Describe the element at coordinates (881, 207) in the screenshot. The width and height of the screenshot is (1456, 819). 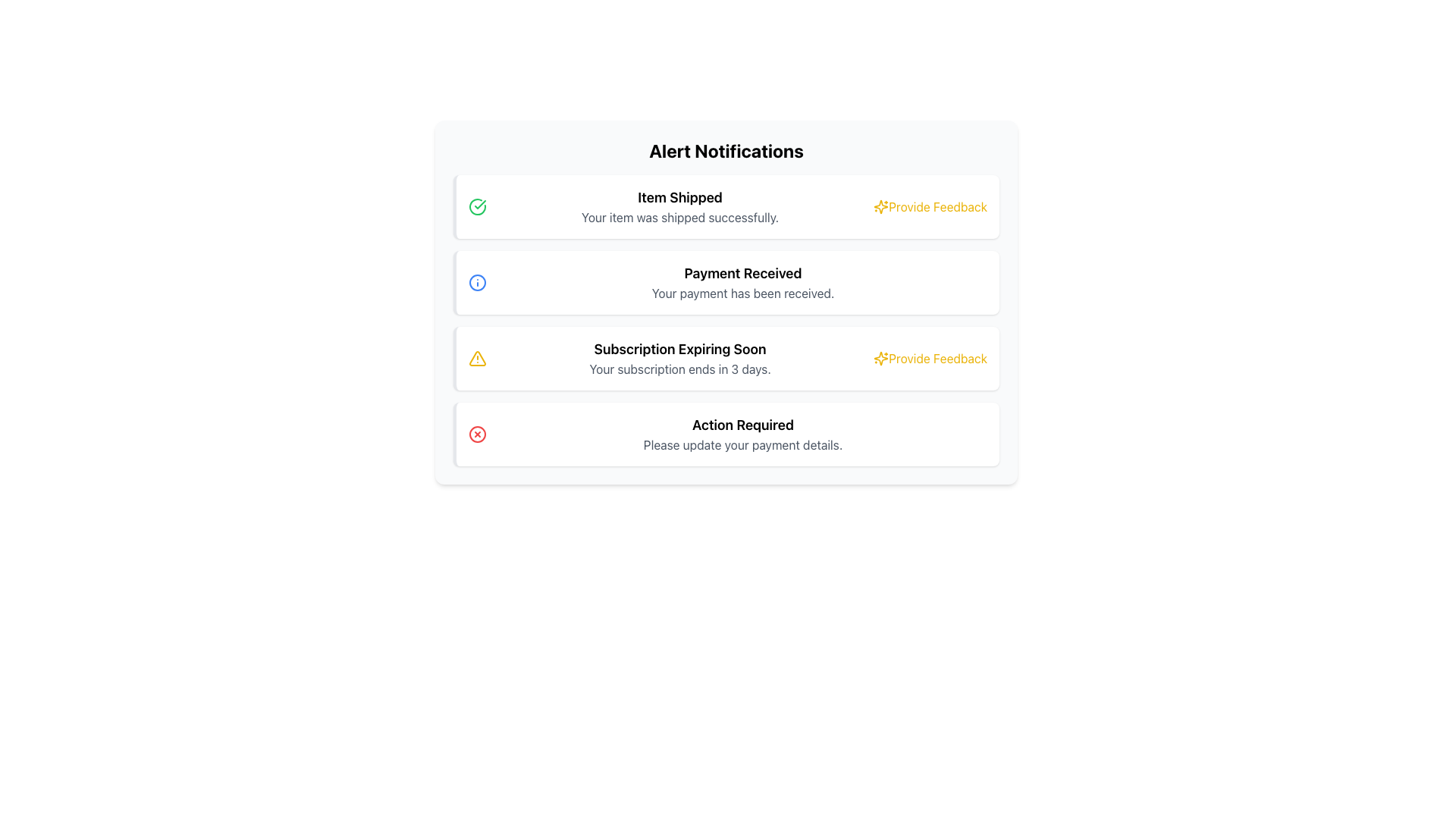
I see `the star-like icon with a golden-yellow outline located to the right of the 'Subscription Expiring Soon' alert entry in the 'Alert Notifications' panel` at that location.